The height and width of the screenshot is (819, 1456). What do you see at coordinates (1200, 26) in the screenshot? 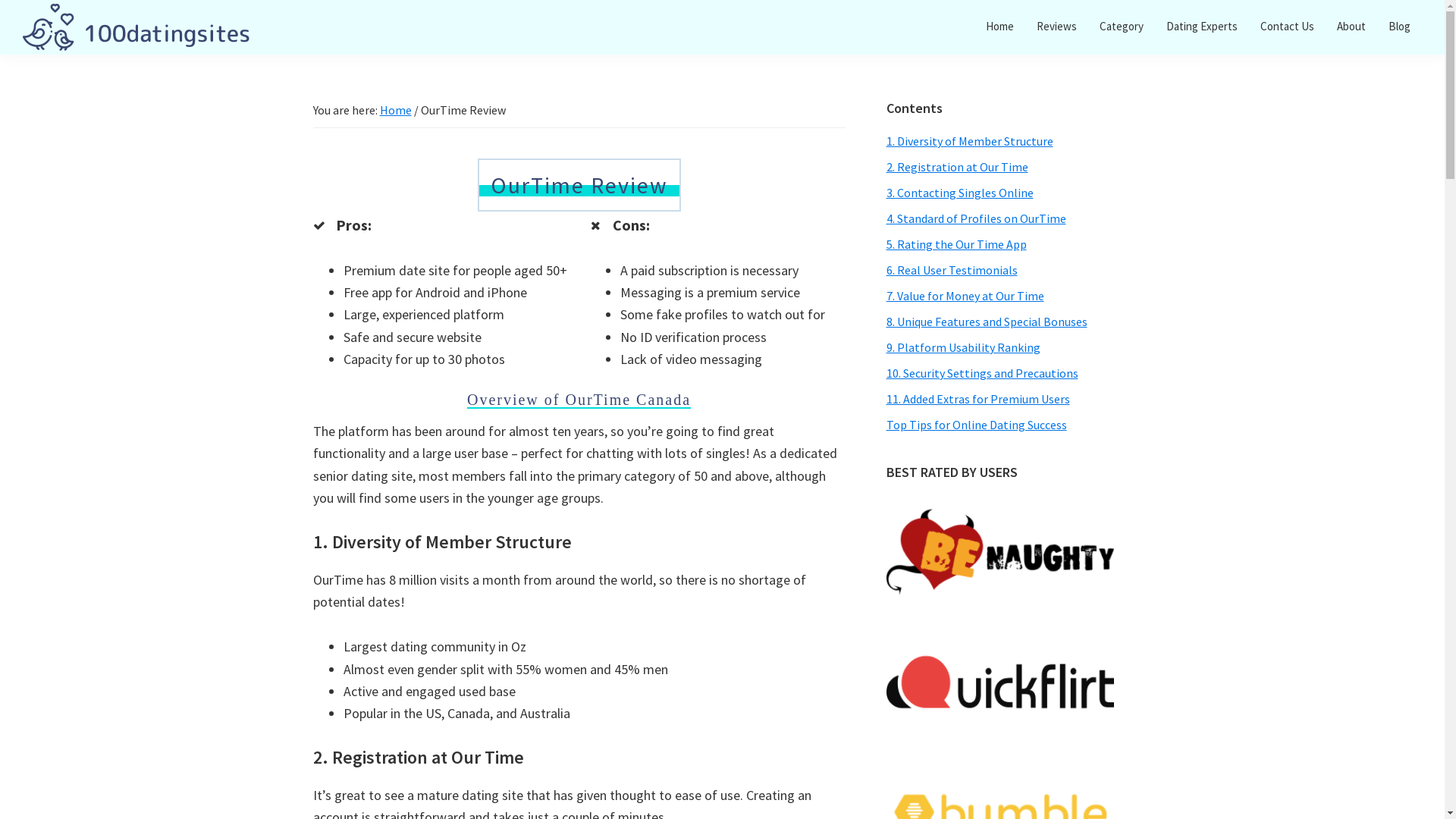
I see `'Dating Experts'` at bounding box center [1200, 26].